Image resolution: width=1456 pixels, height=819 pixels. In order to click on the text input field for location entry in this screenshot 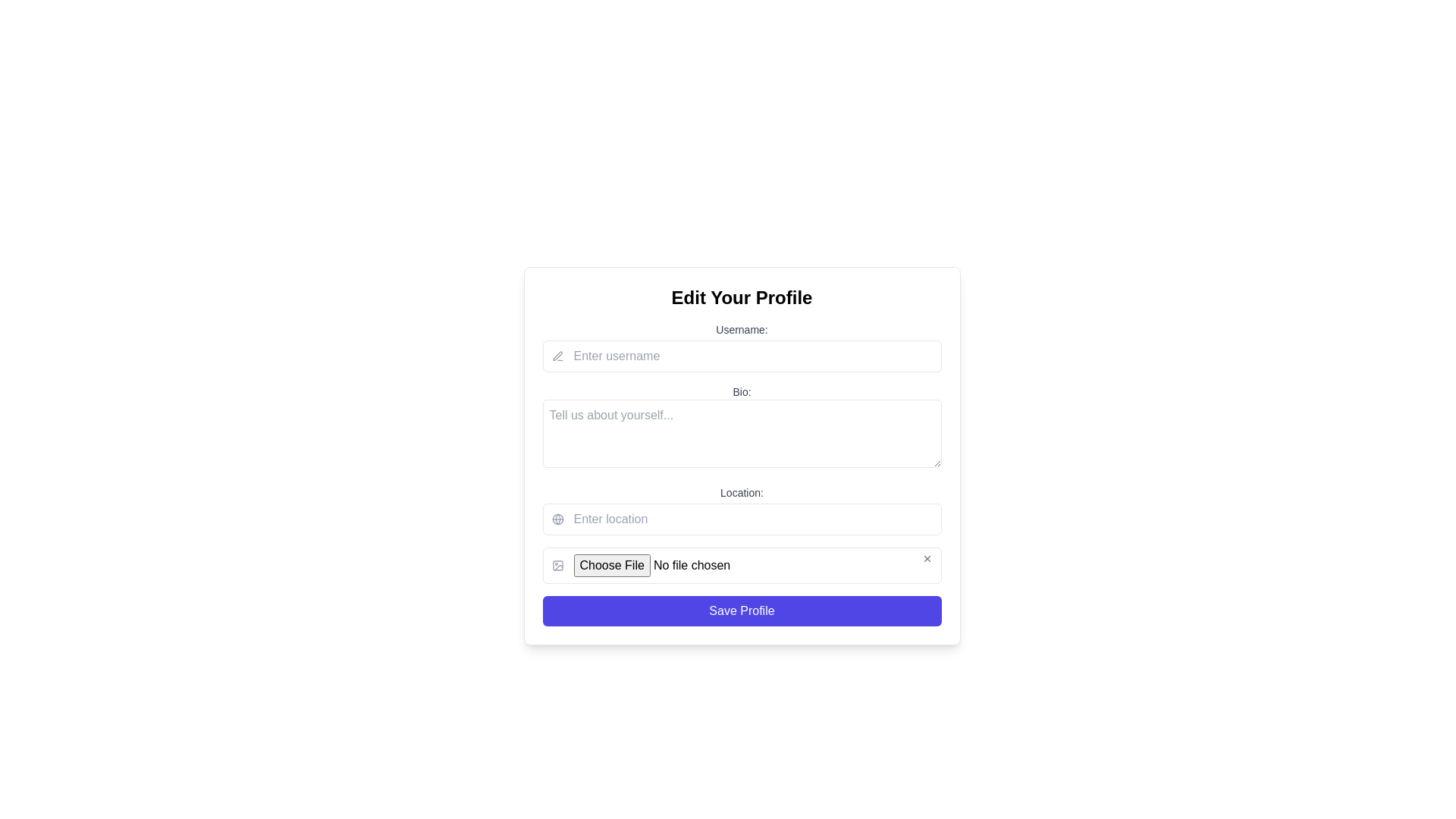, I will do `click(742, 519)`.